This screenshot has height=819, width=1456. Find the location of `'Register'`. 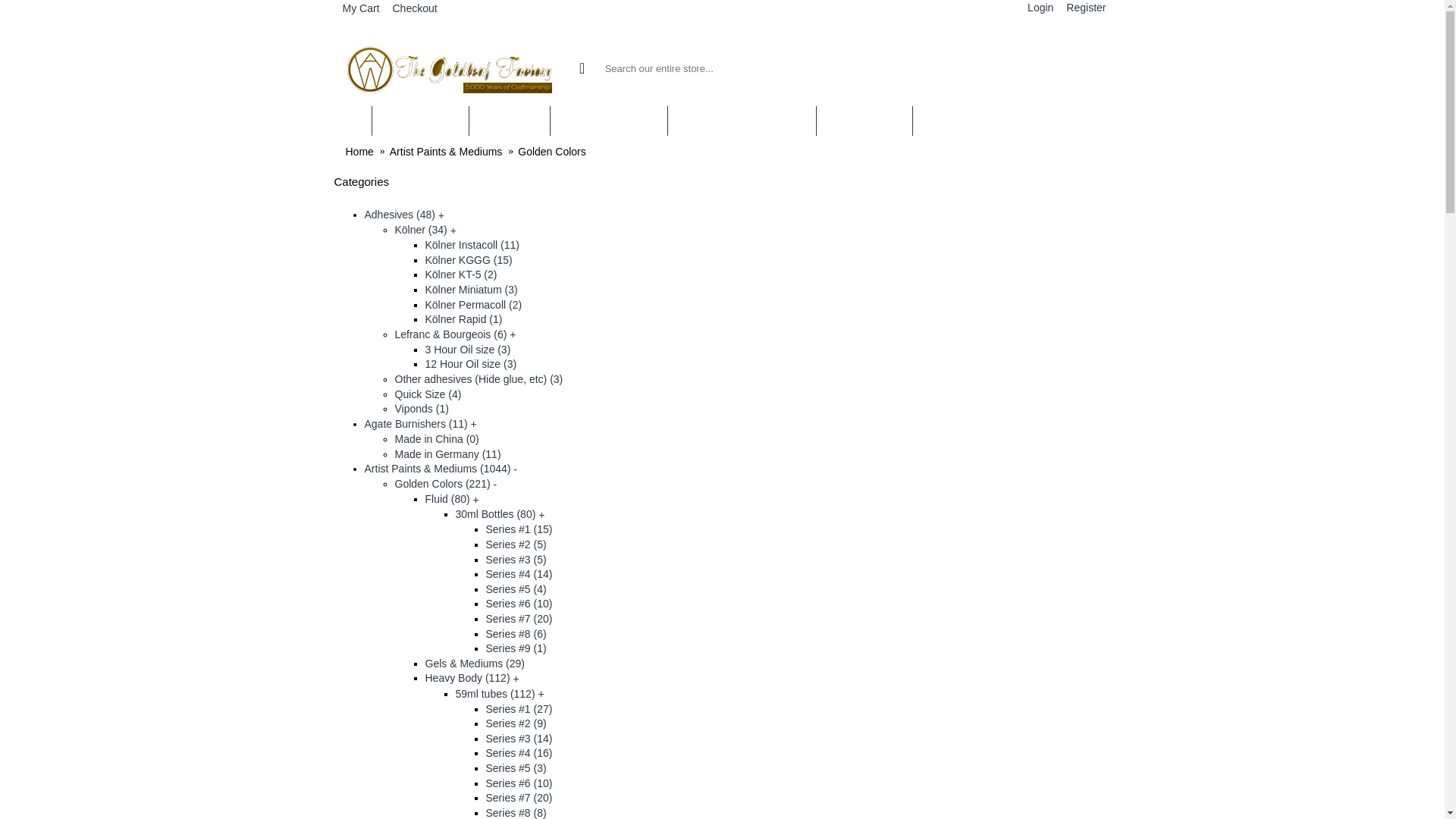

'Register' is located at coordinates (1083, 8).